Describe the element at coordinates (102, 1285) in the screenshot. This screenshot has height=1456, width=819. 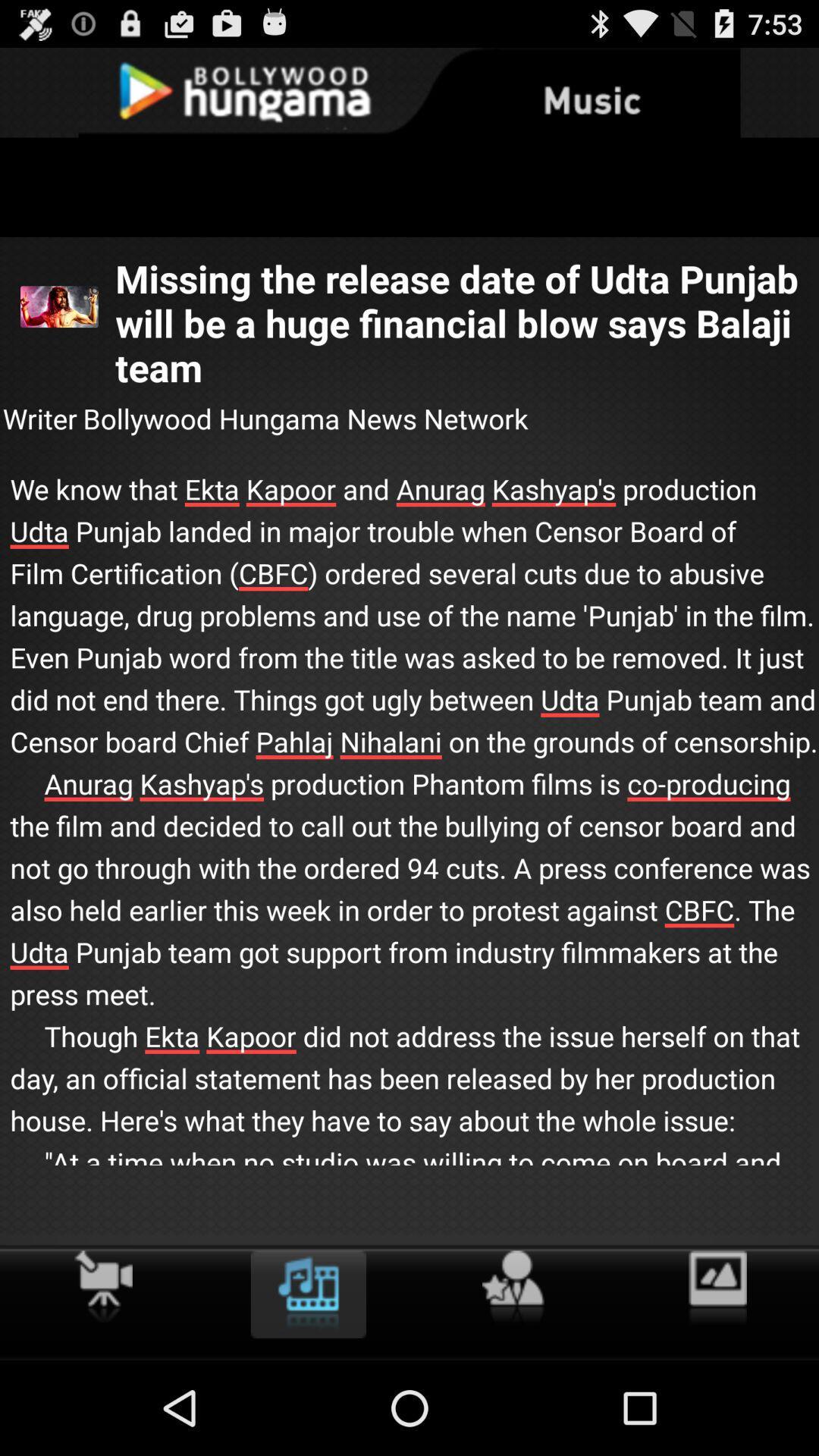
I see `record` at that location.